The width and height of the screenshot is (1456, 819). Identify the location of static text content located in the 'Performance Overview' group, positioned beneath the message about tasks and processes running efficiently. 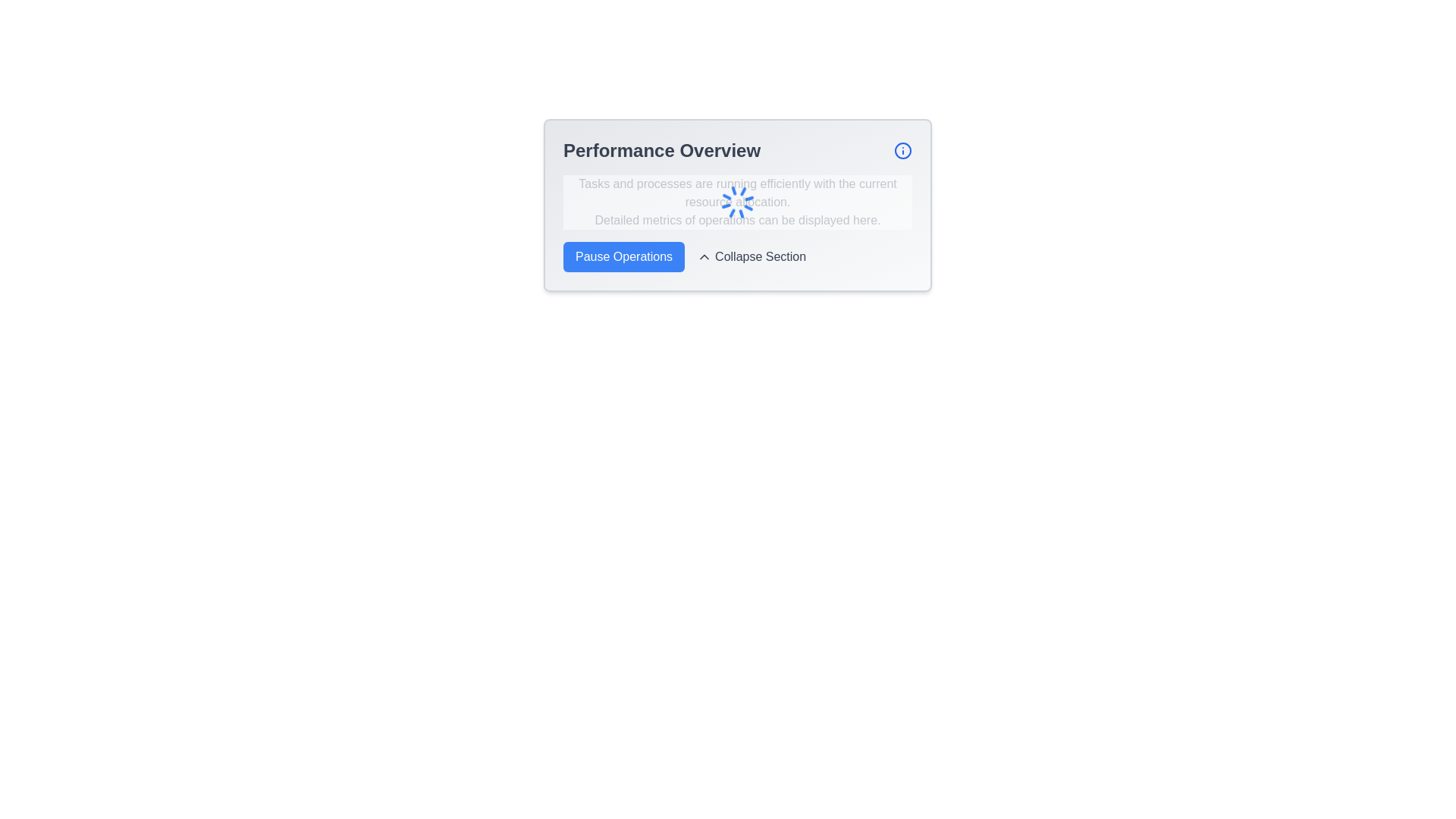
(738, 220).